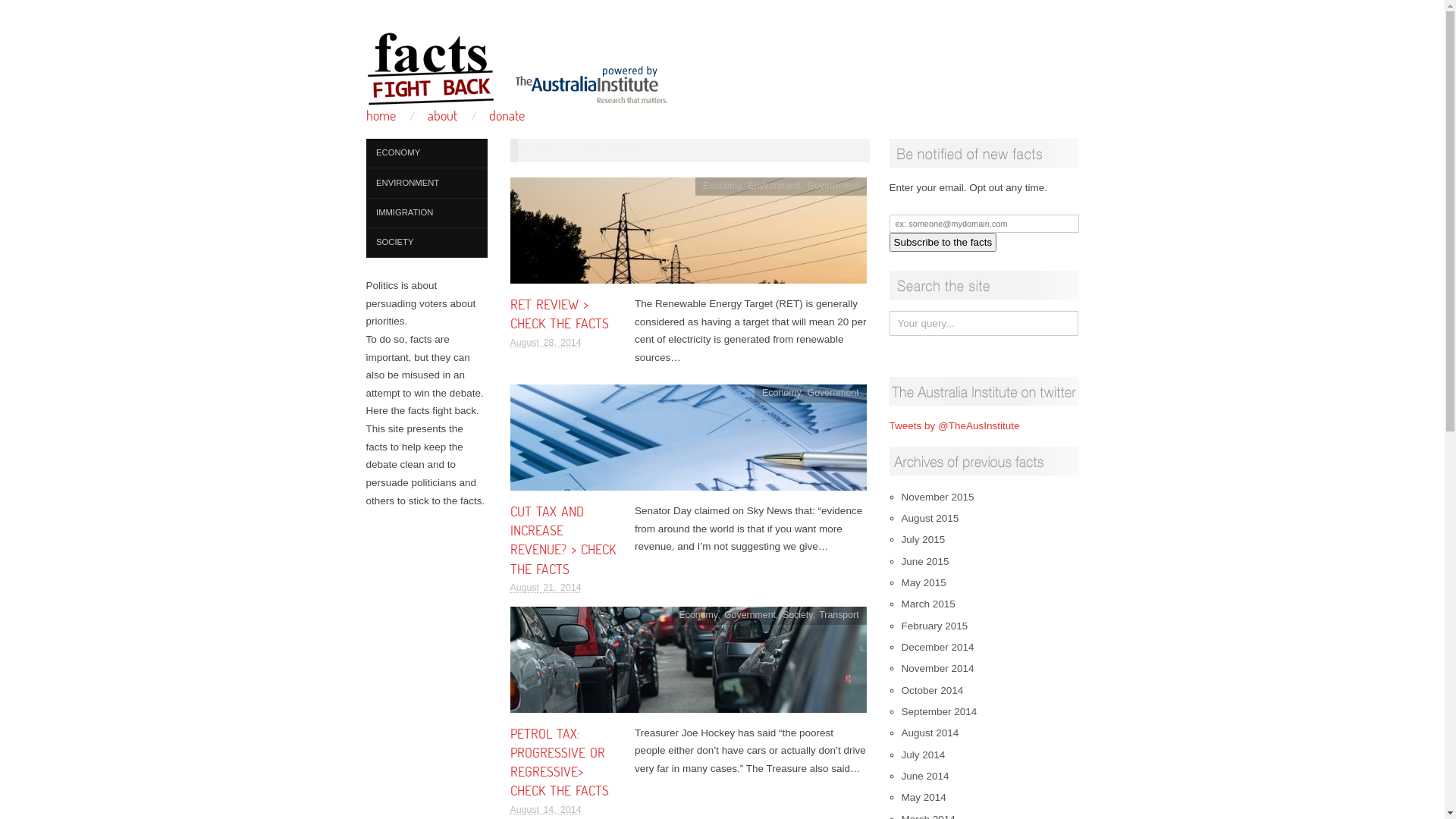  Describe the element at coordinates (924, 561) in the screenshot. I see `'June 2015'` at that location.